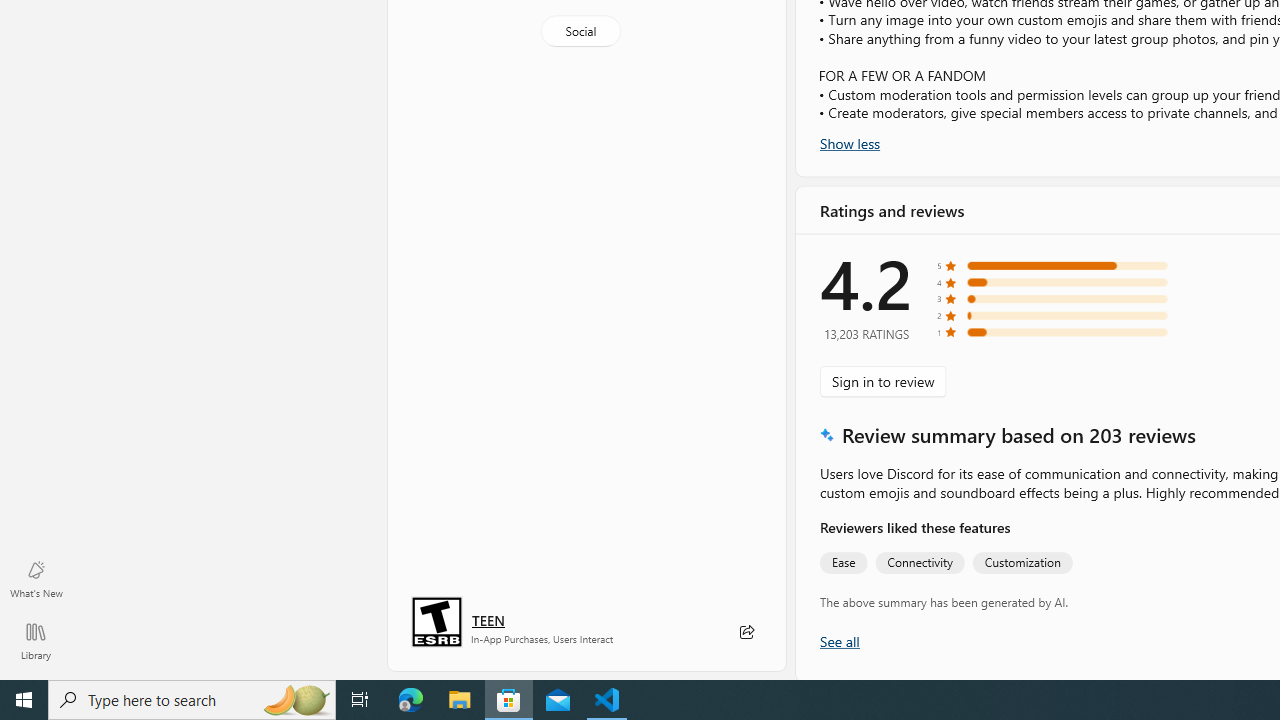 This screenshot has height=720, width=1280. What do you see at coordinates (35, 640) in the screenshot?
I see `'Library'` at bounding box center [35, 640].